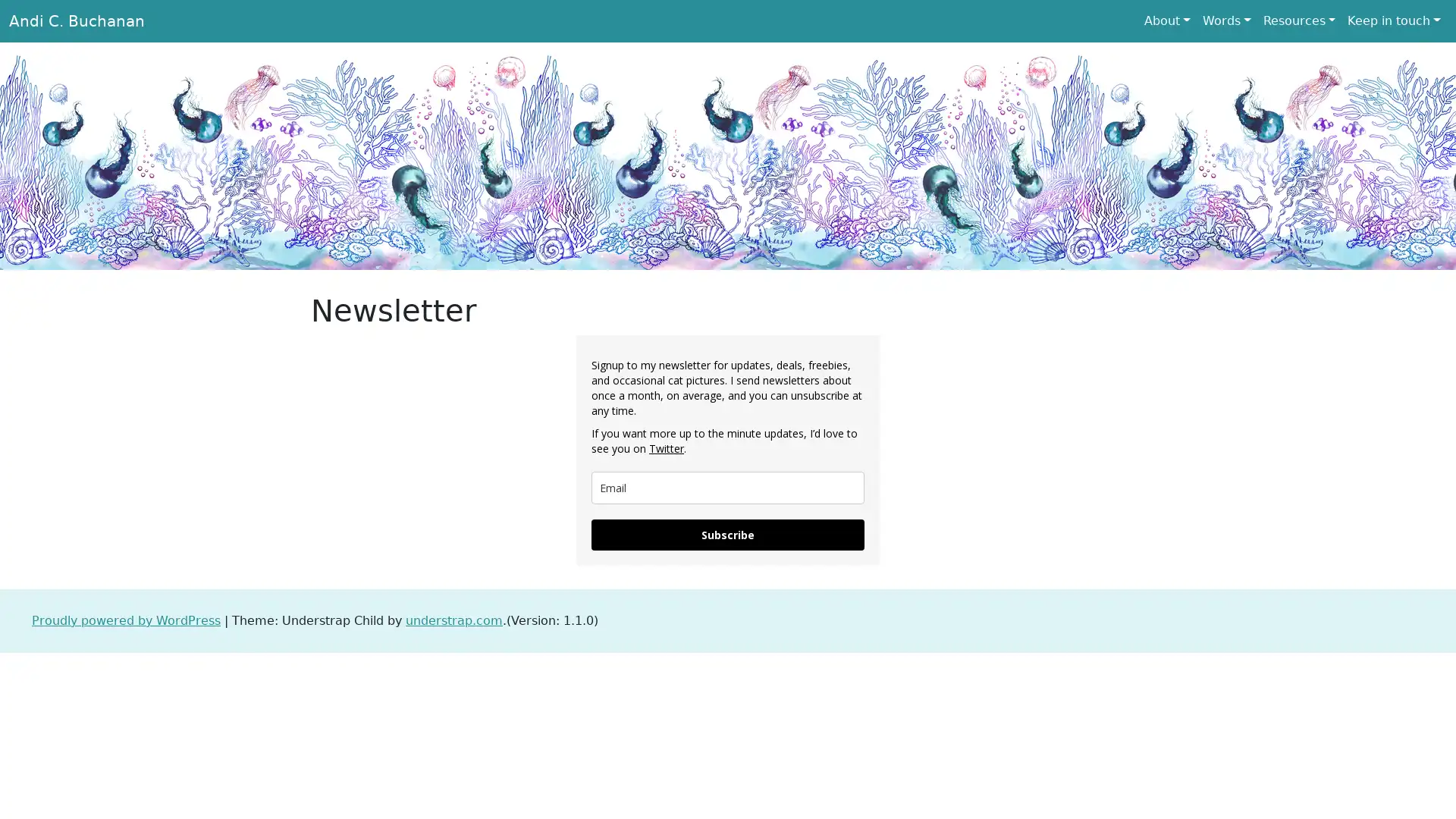 This screenshot has width=1456, height=819. Describe the element at coordinates (728, 534) in the screenshot. I see `Subscribe` at that location.